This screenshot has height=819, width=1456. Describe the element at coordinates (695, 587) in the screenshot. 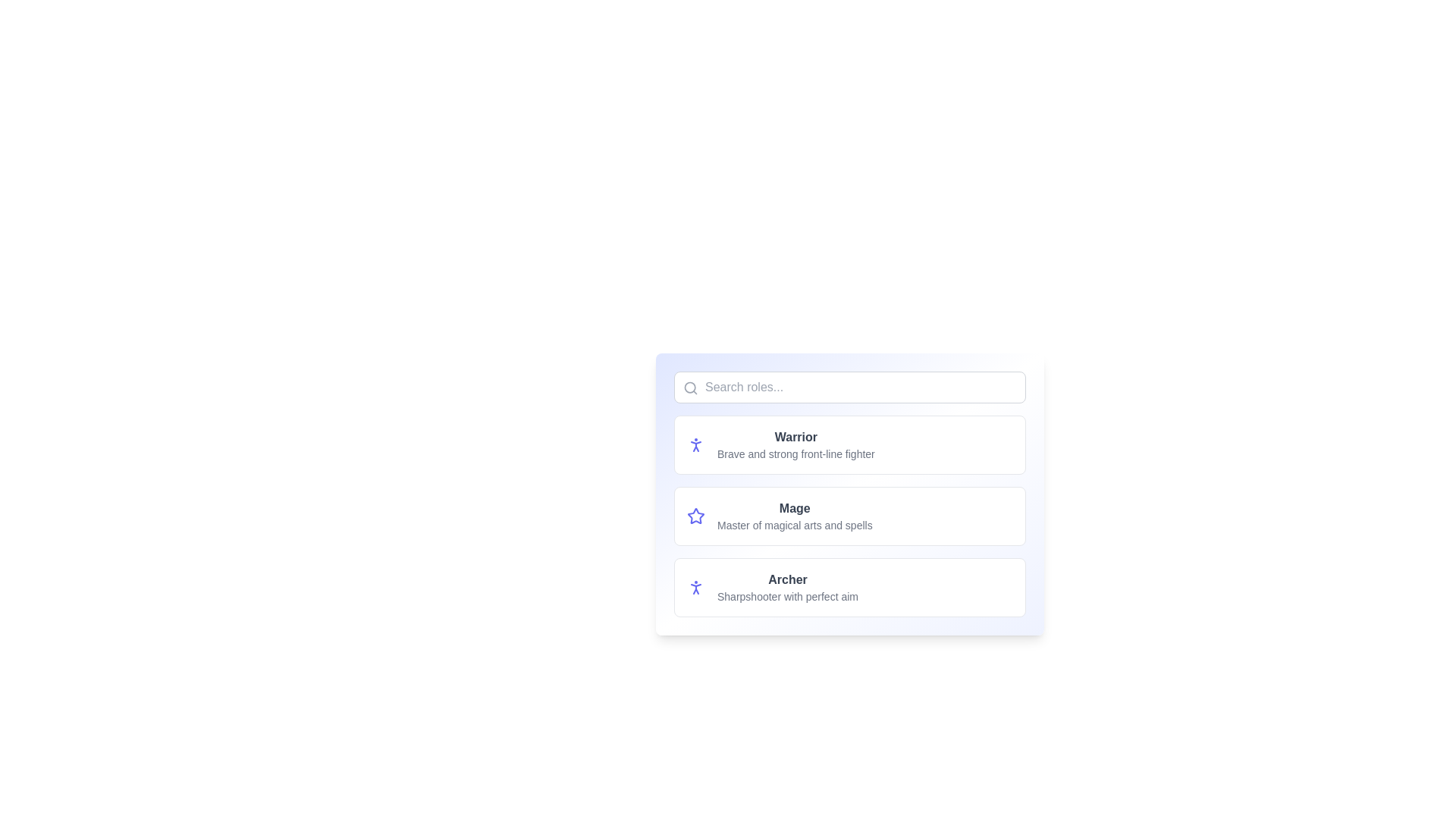

I see `the 'Archer' role icon, which is visually represented in the list of options near the left side, below the 'Mage' option` at that location.